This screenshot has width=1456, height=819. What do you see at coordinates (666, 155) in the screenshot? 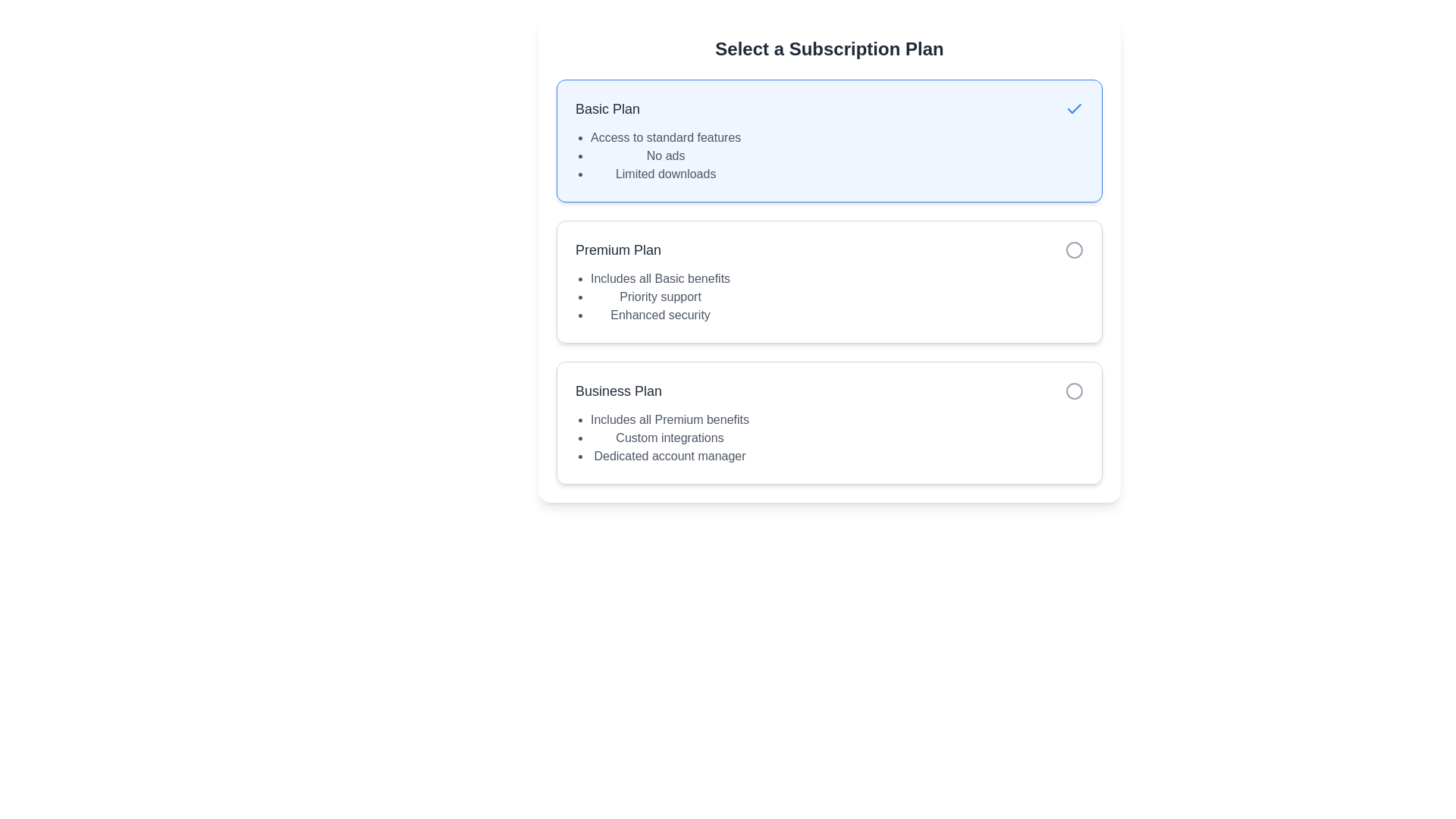
I see `the informational Text Label that indicates users selecting the 'Basic Plan' will not see advertisements, located beneath the 'Basic Plan' heading in the bulleted list` at bounding box center [666, 155].